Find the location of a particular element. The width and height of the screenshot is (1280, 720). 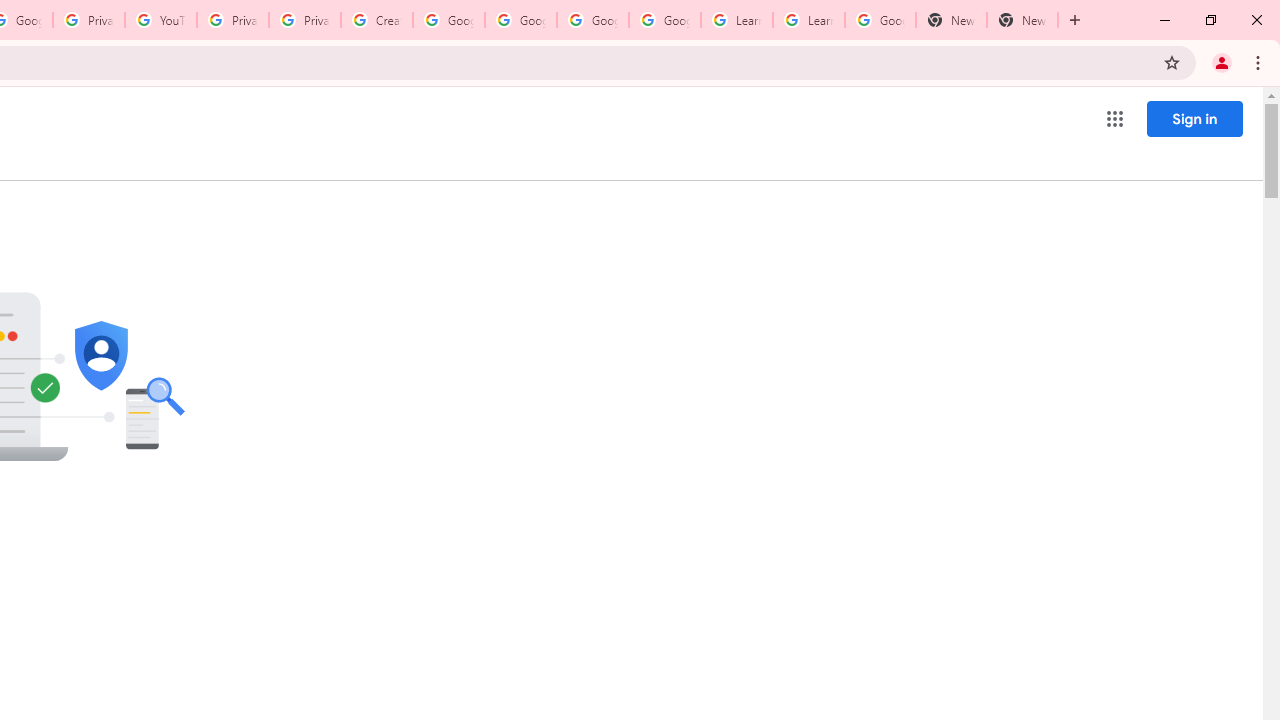

'Google Account' is located at coordinates (880, 20).